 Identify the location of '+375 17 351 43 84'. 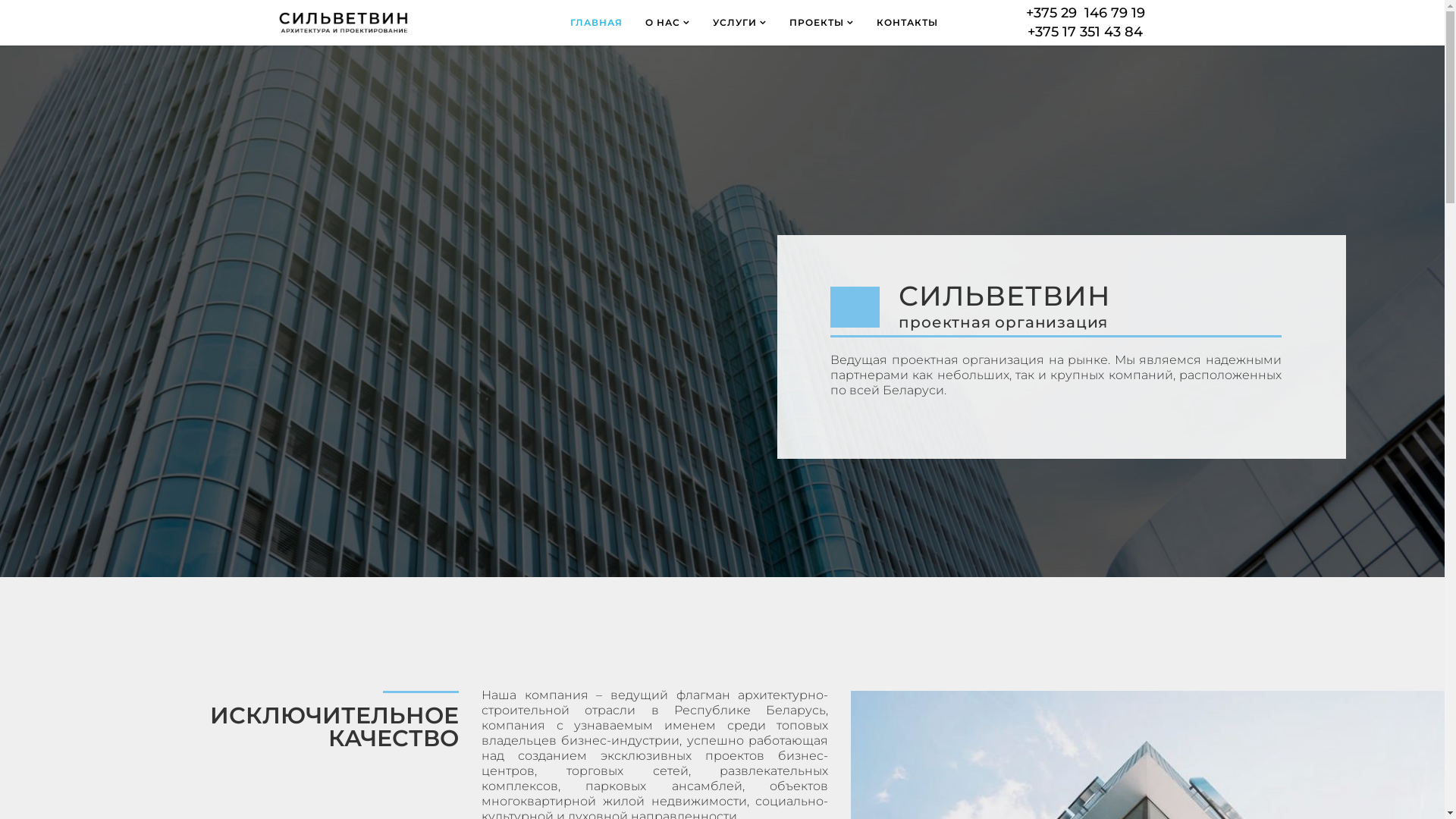
(1027, 32).